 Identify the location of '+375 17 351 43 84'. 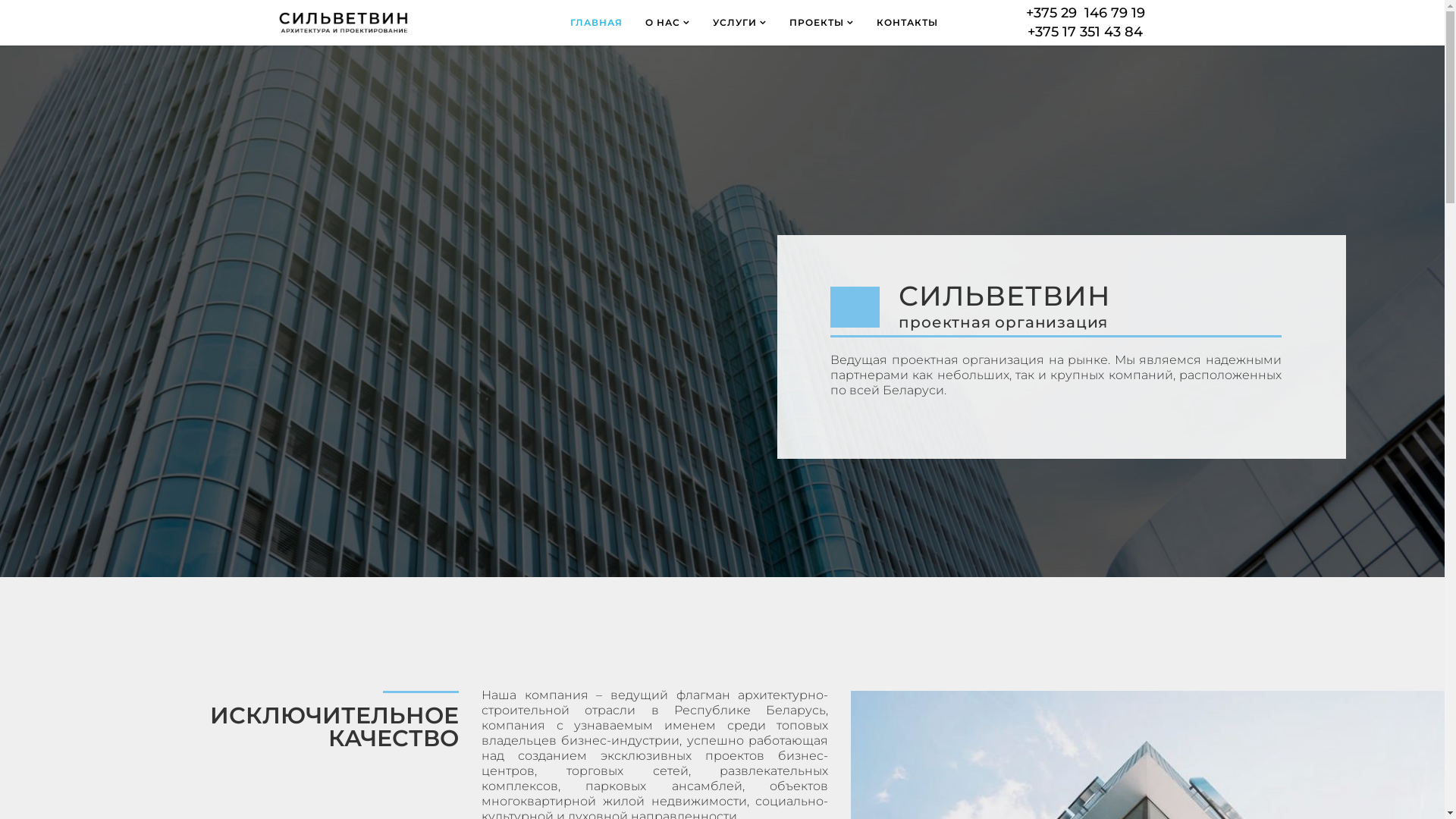
(1027, 32).